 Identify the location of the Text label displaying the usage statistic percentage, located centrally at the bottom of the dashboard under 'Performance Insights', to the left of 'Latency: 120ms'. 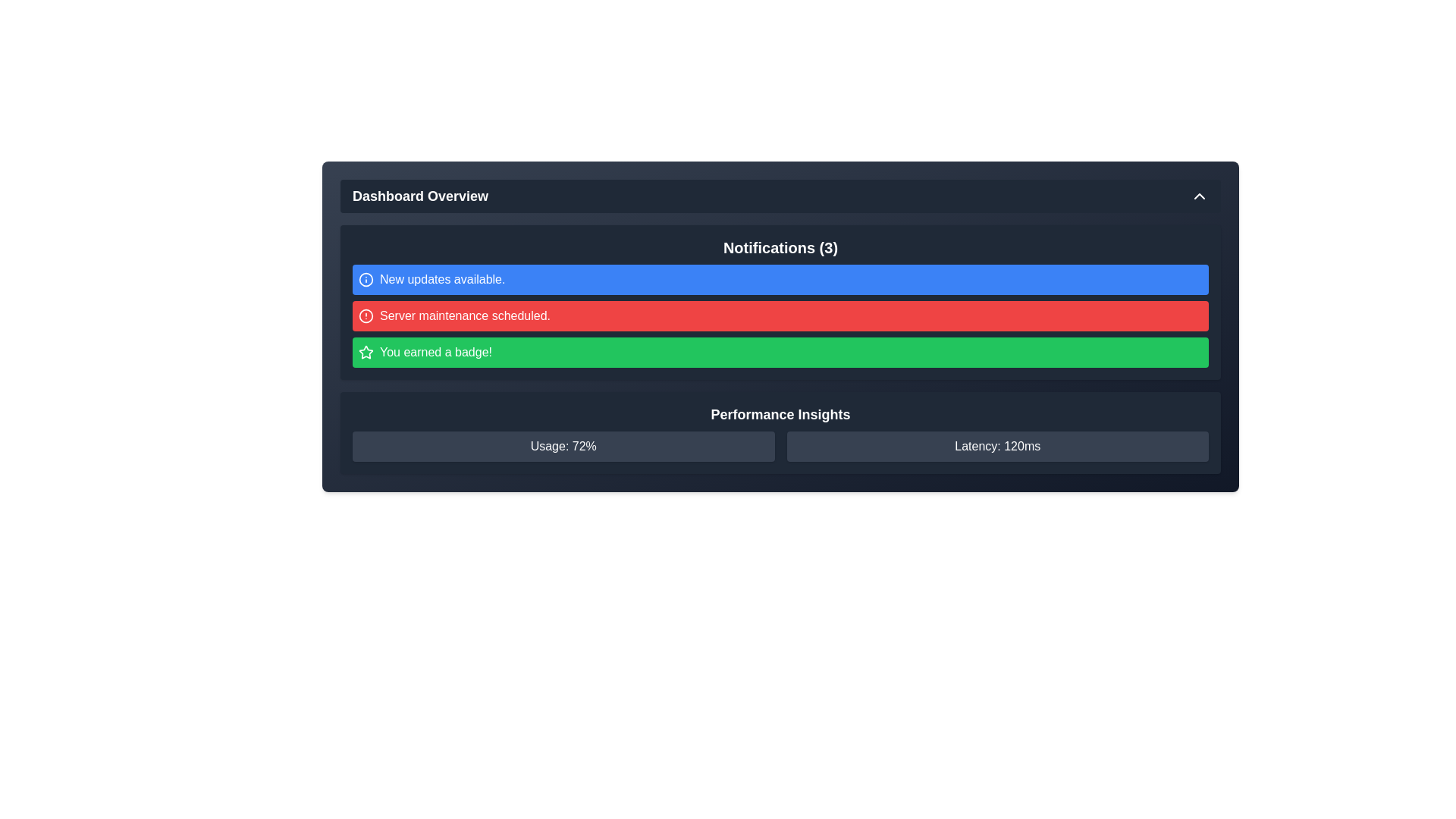
(563, 446).